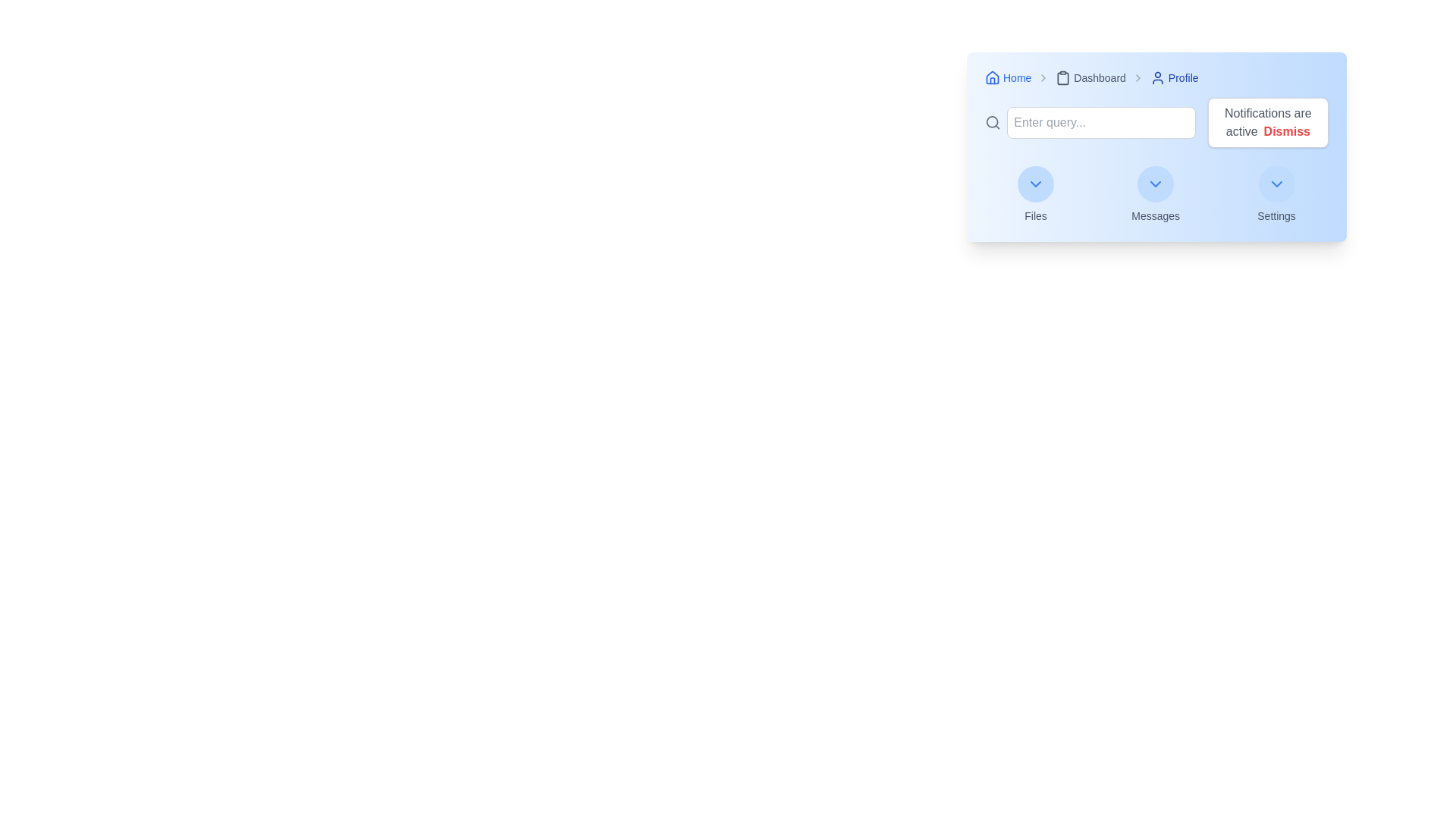  I want to click on the text label that reads 'Files', which is styled in a small light gray font and positioned below a file icon in the user control panel, so click(1035, 216).